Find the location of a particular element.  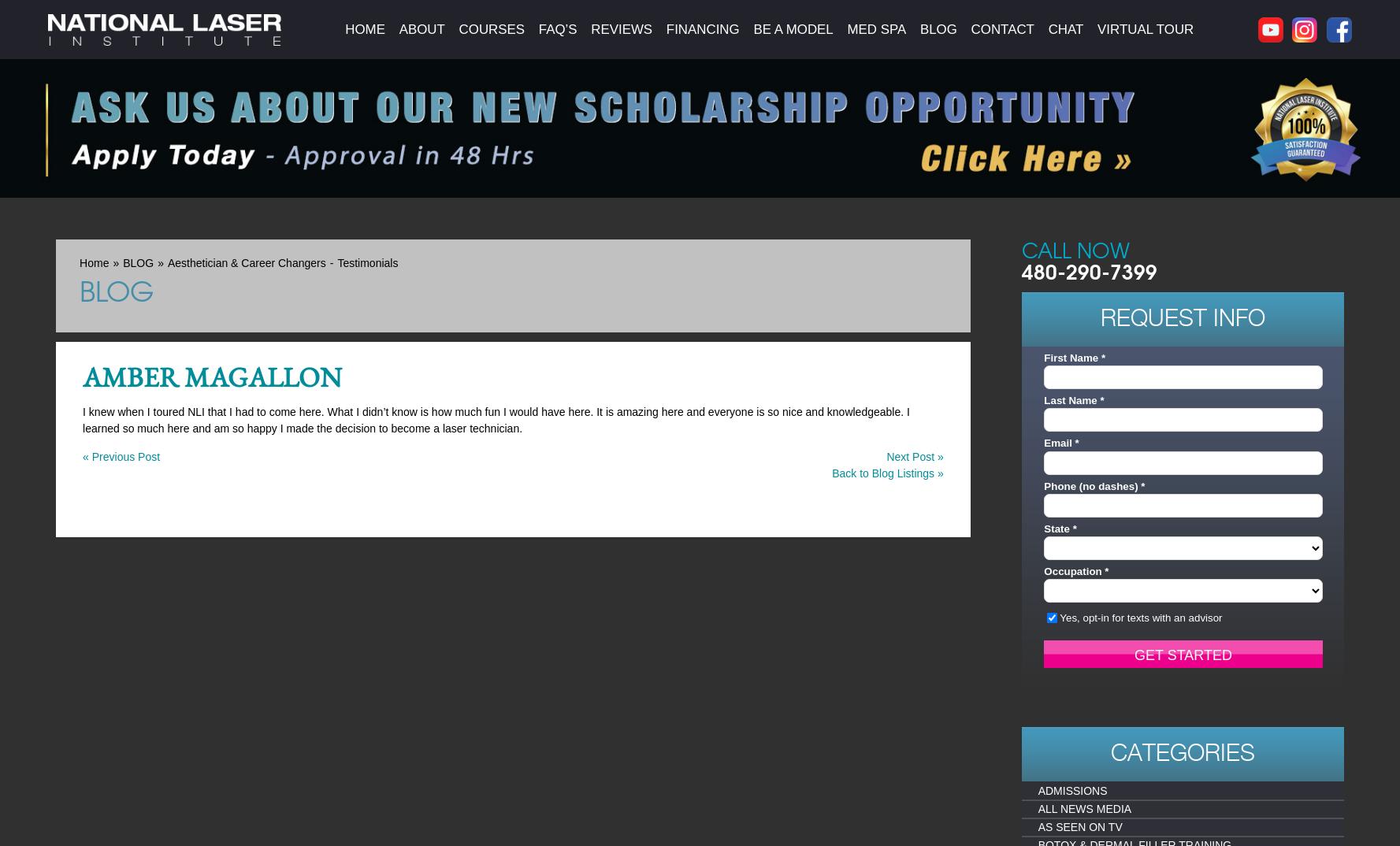

'Chat' is located at coordinates (1065, 28).